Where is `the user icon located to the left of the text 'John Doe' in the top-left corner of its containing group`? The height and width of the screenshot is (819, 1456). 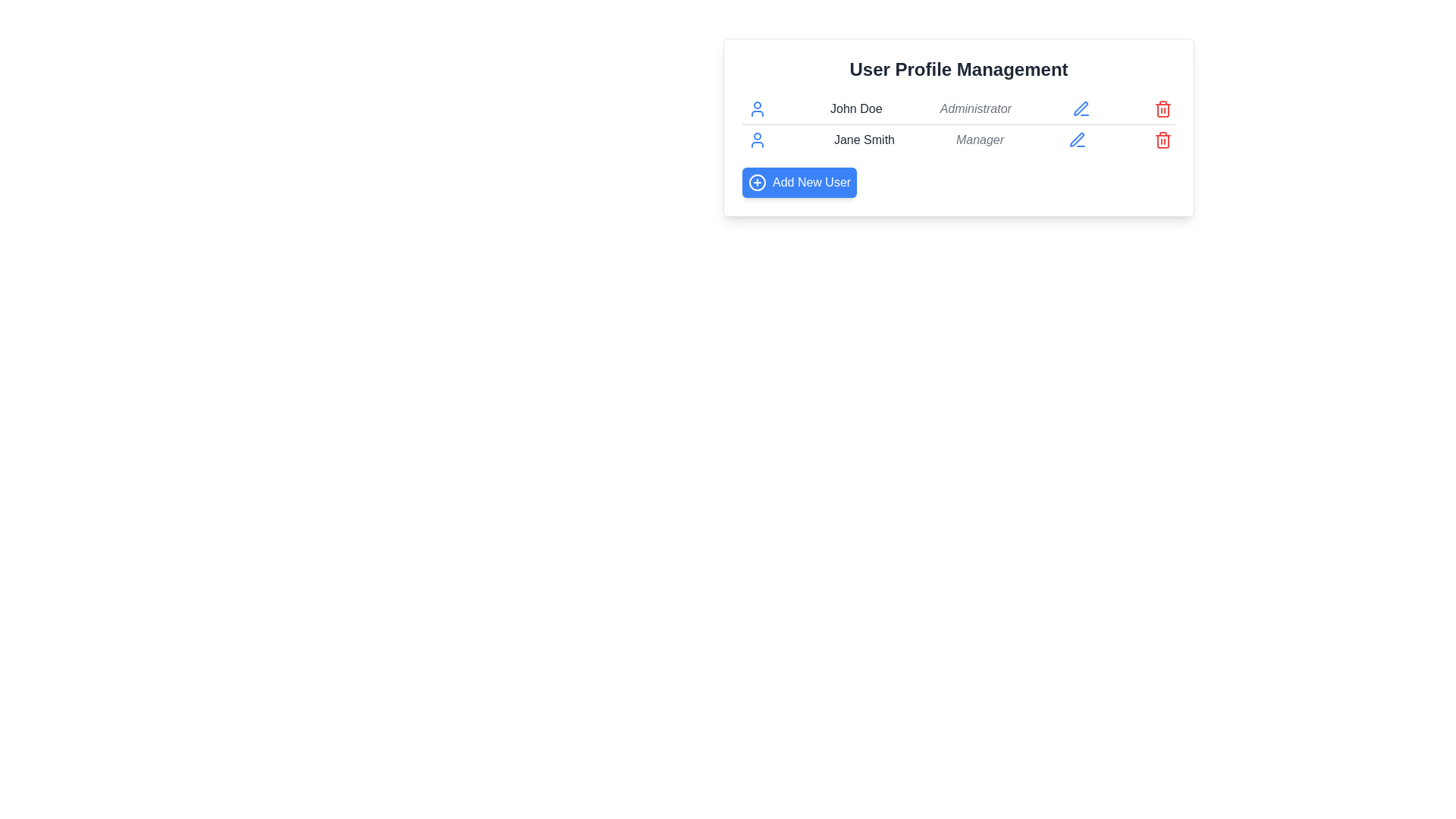
the user icon located to the left of the text 'John Doe' in the top-left corner of its containing group is located at coordinates (757, 108).